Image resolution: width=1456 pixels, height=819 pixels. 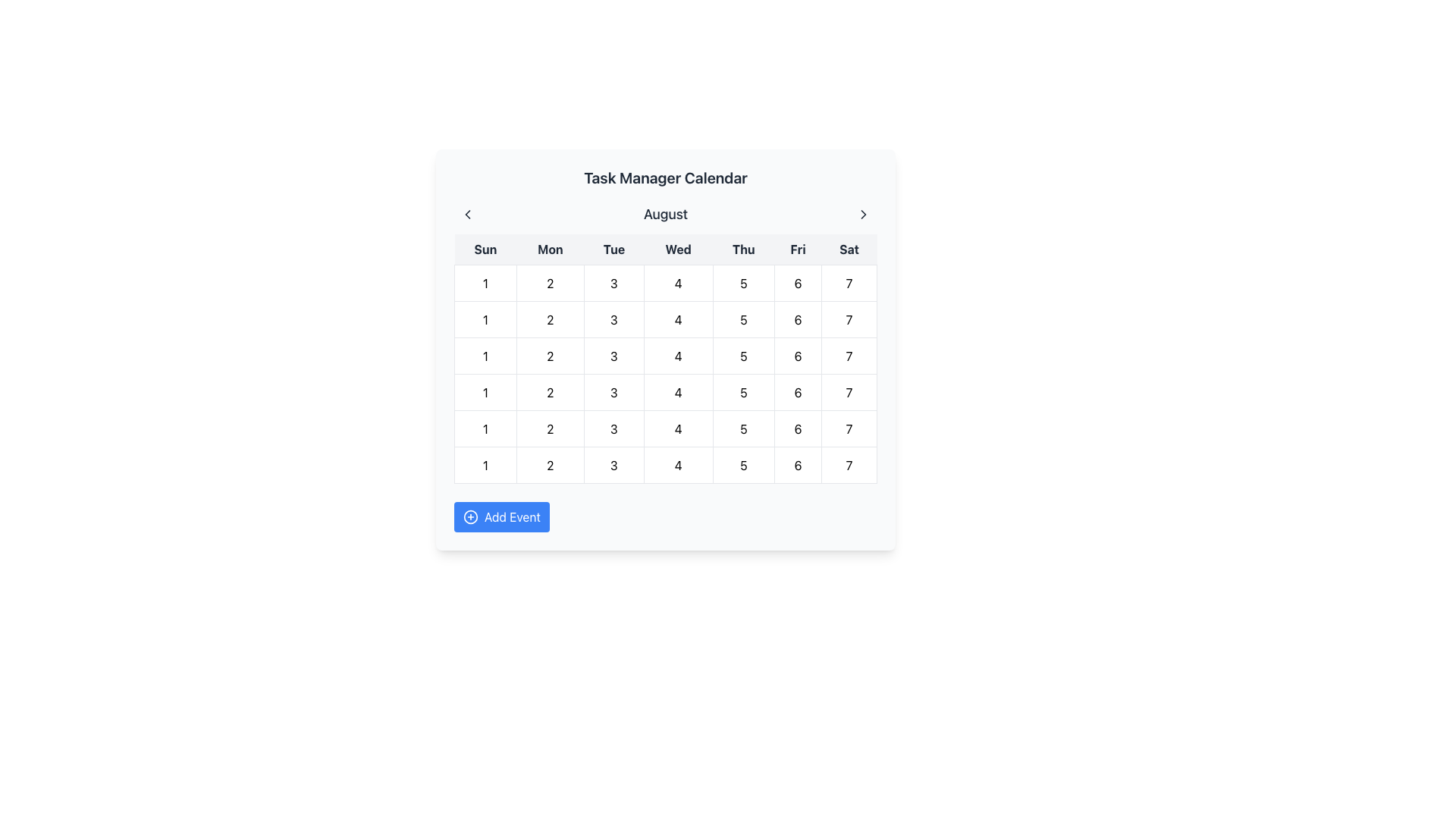 I want to click on the square-shaped calendar grid cell displaying the text '6', located in the bottom row under the 'Fri' column, so click(x=797, y=428).